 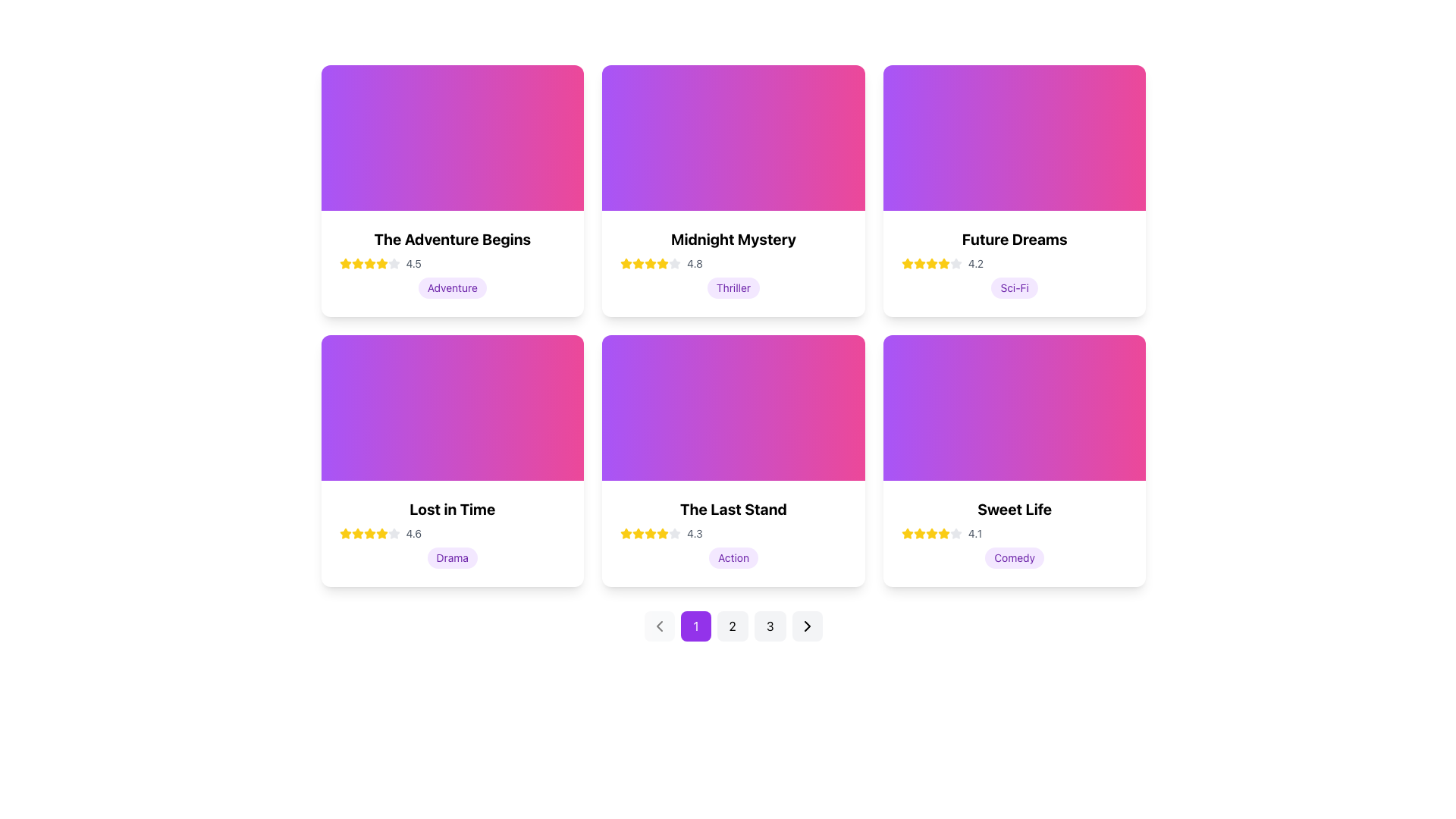 I want to click on the rating represented by the second star icon in the rating system of the 'Lost in Time' movie card, so click(x=356, y=533).